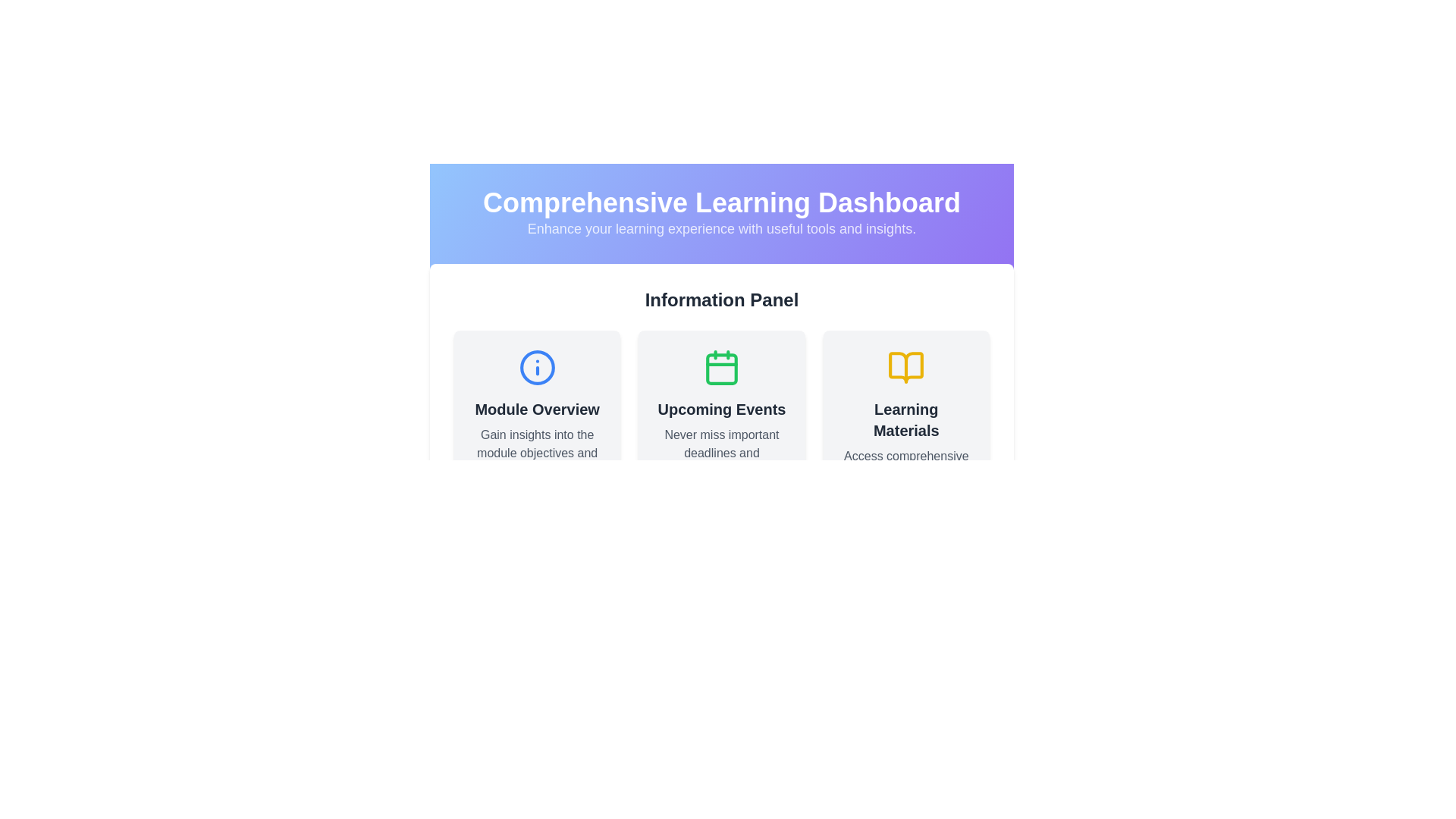 The width and height of the screenshot is (1456, 819). Describe the element at coordinates (537, 368) in the screenshot. I see `the information icon located at the center of the left card under the 'Information Panel' section` at that location.